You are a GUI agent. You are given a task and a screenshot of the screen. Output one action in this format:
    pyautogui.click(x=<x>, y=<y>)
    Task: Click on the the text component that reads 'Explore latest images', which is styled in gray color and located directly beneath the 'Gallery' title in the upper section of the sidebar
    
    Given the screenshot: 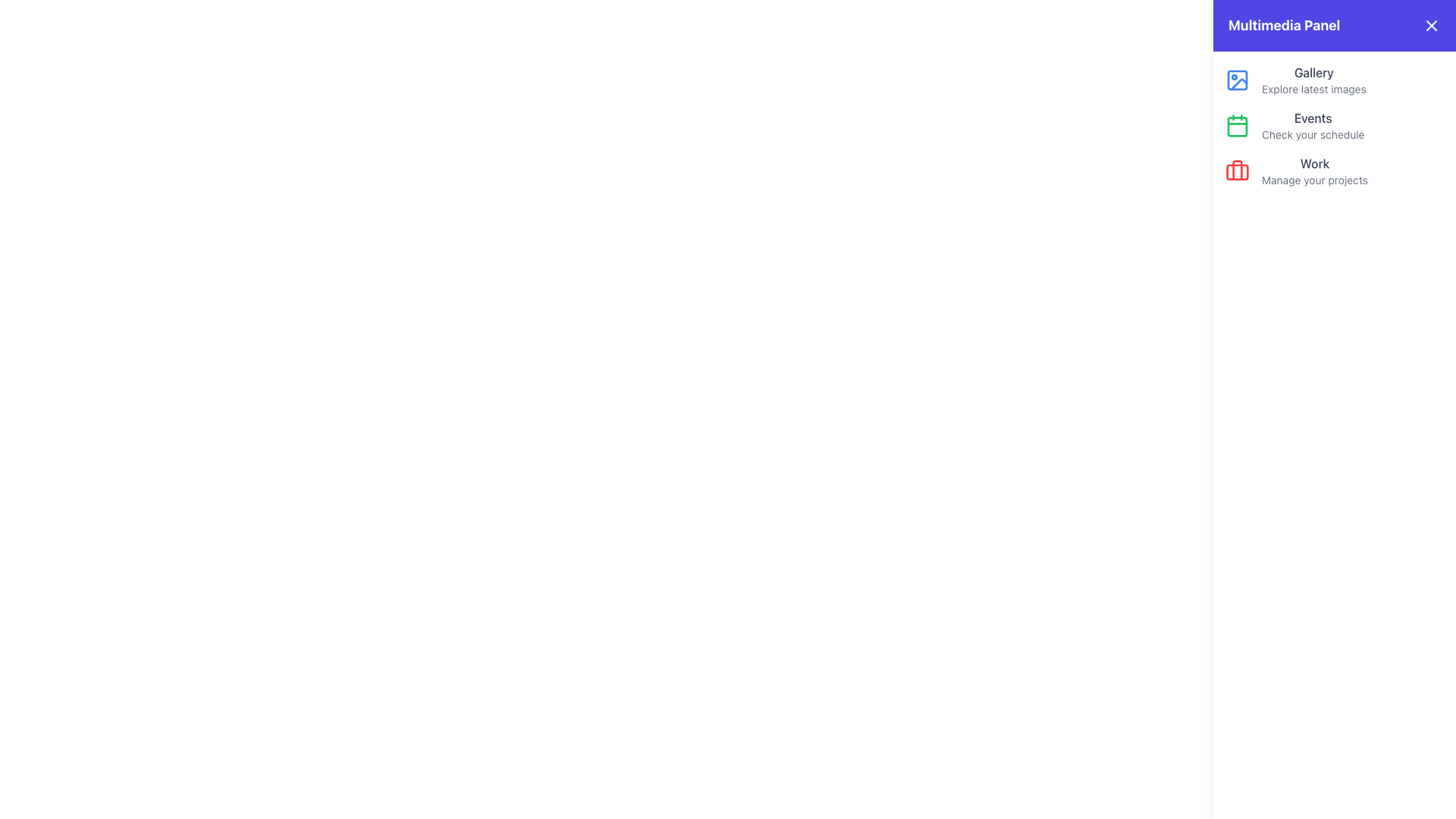 What is the action you would take?
    pyautogui.click(x=1313, y=89)
    